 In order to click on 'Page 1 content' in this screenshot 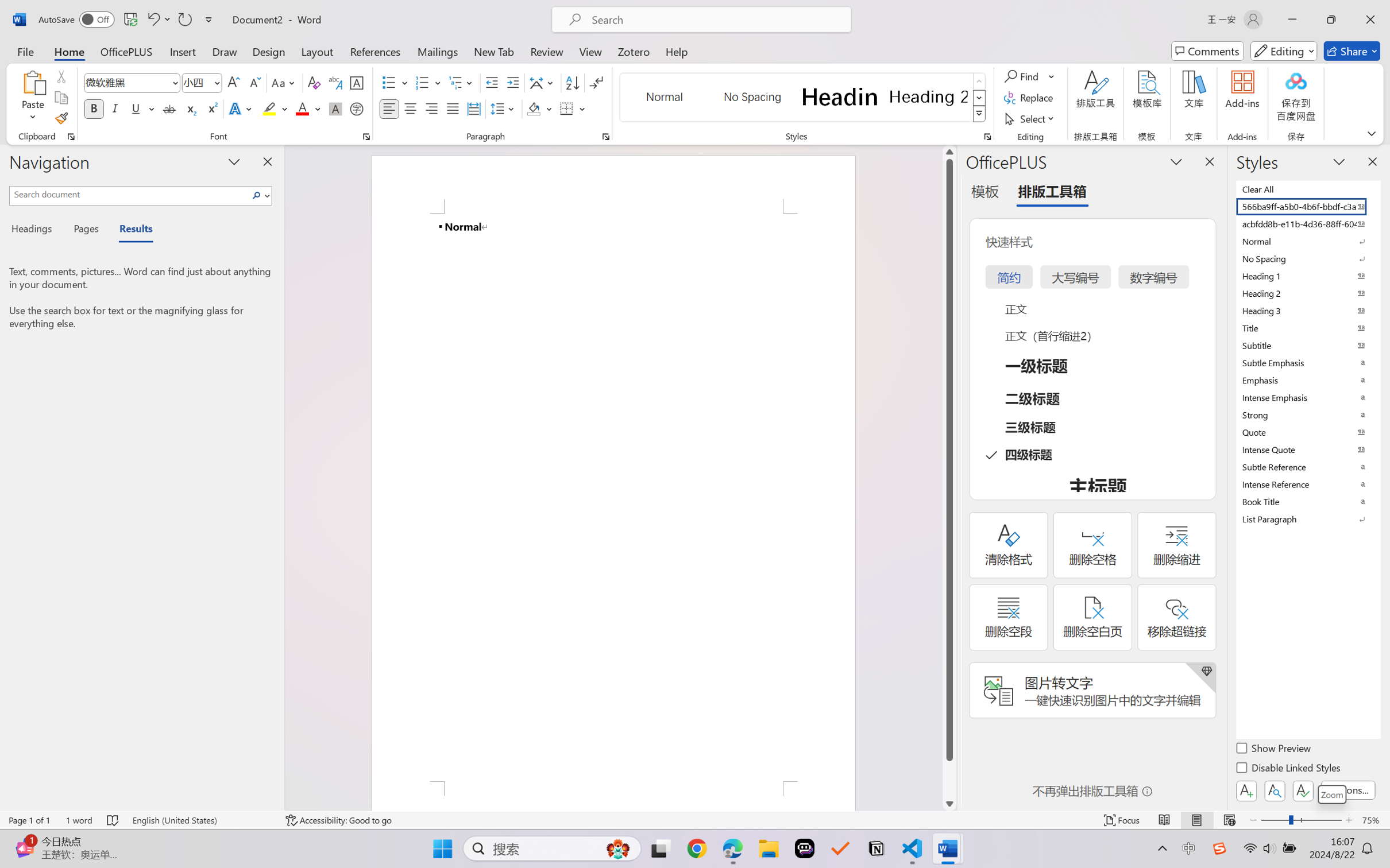, I will do `click(613, 497)`.